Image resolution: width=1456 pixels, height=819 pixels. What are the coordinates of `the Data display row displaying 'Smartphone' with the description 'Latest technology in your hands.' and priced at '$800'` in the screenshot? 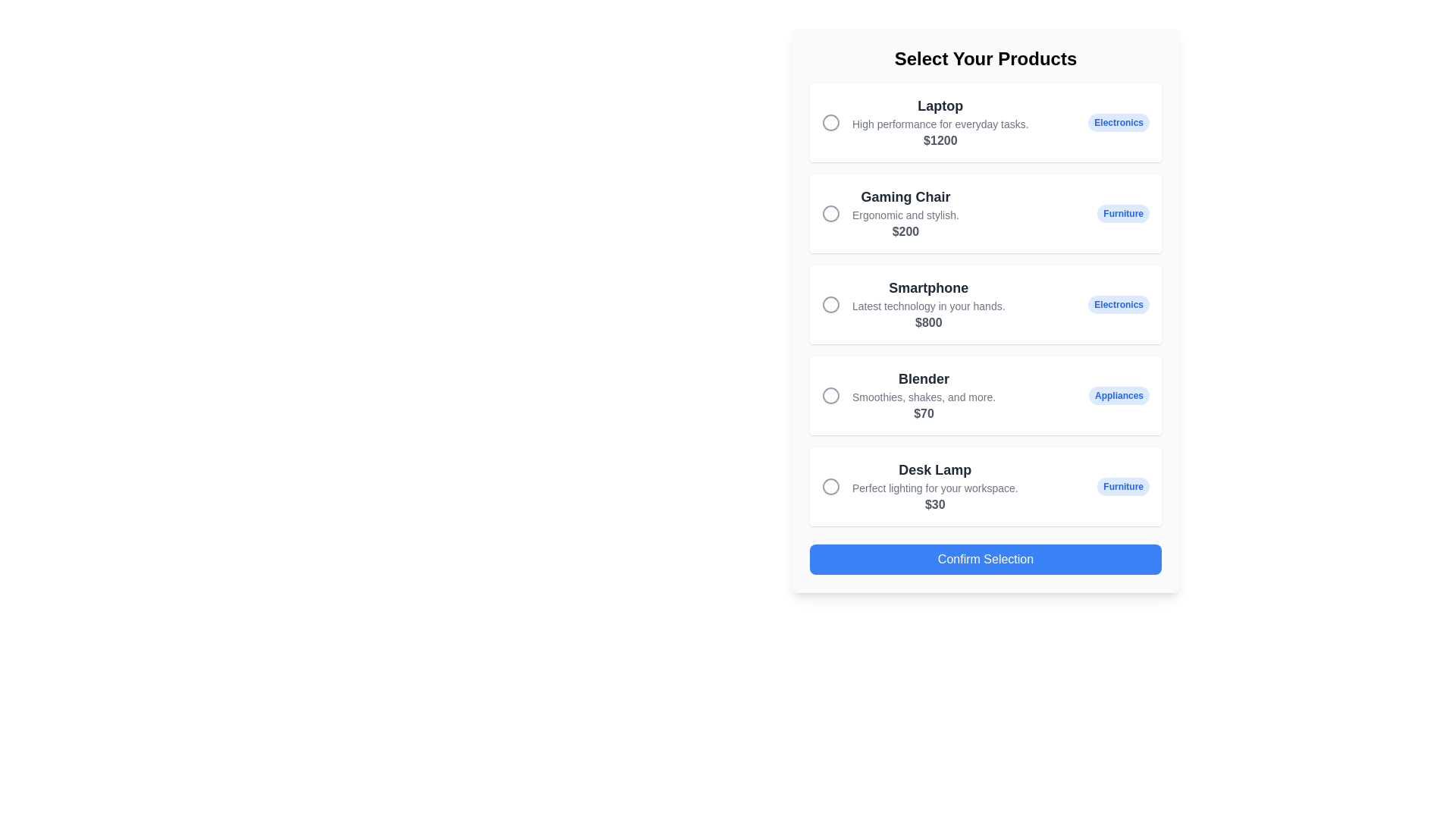 It's located at (912, 304).